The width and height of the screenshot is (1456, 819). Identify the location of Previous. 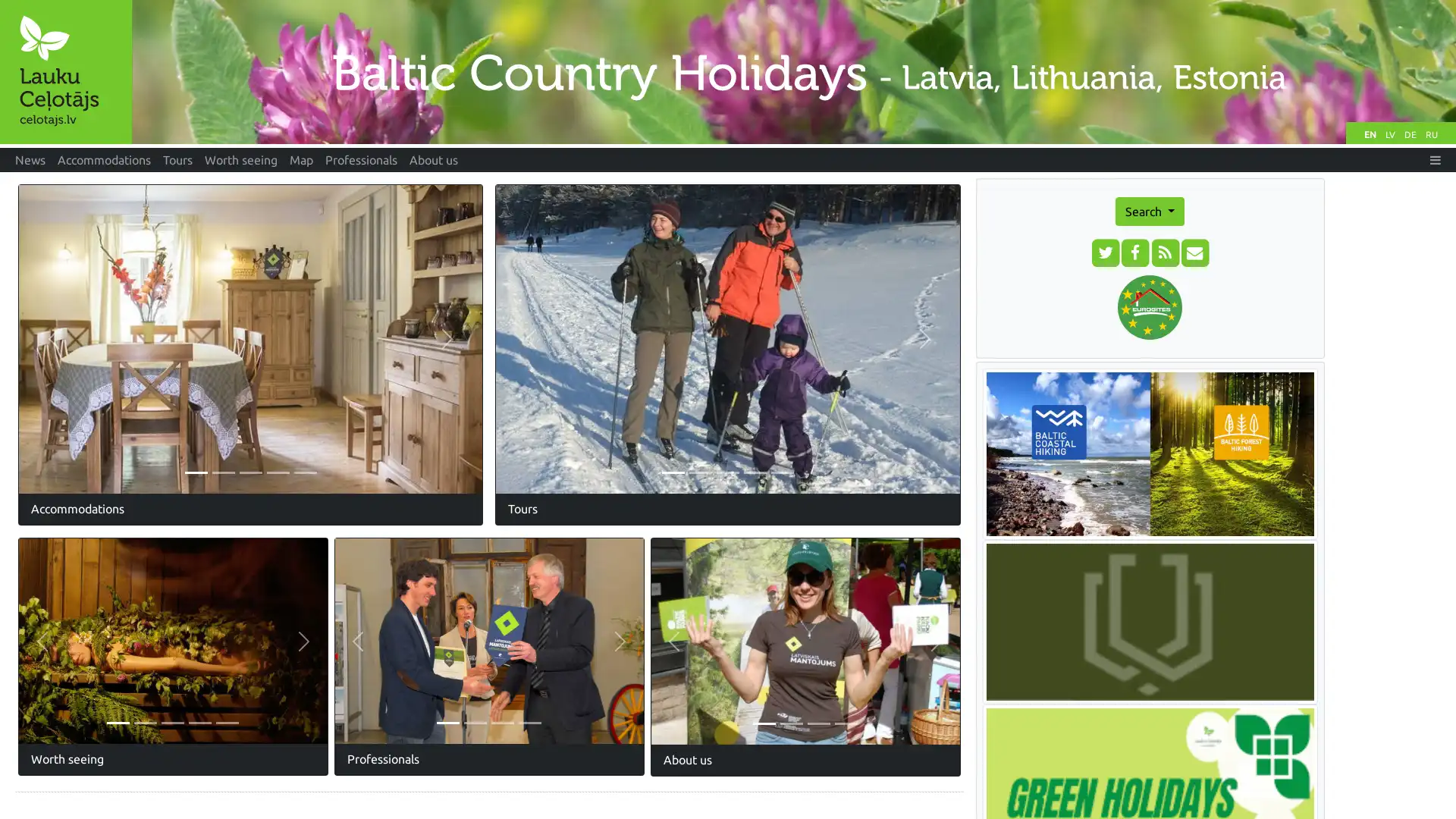
(53, 338).